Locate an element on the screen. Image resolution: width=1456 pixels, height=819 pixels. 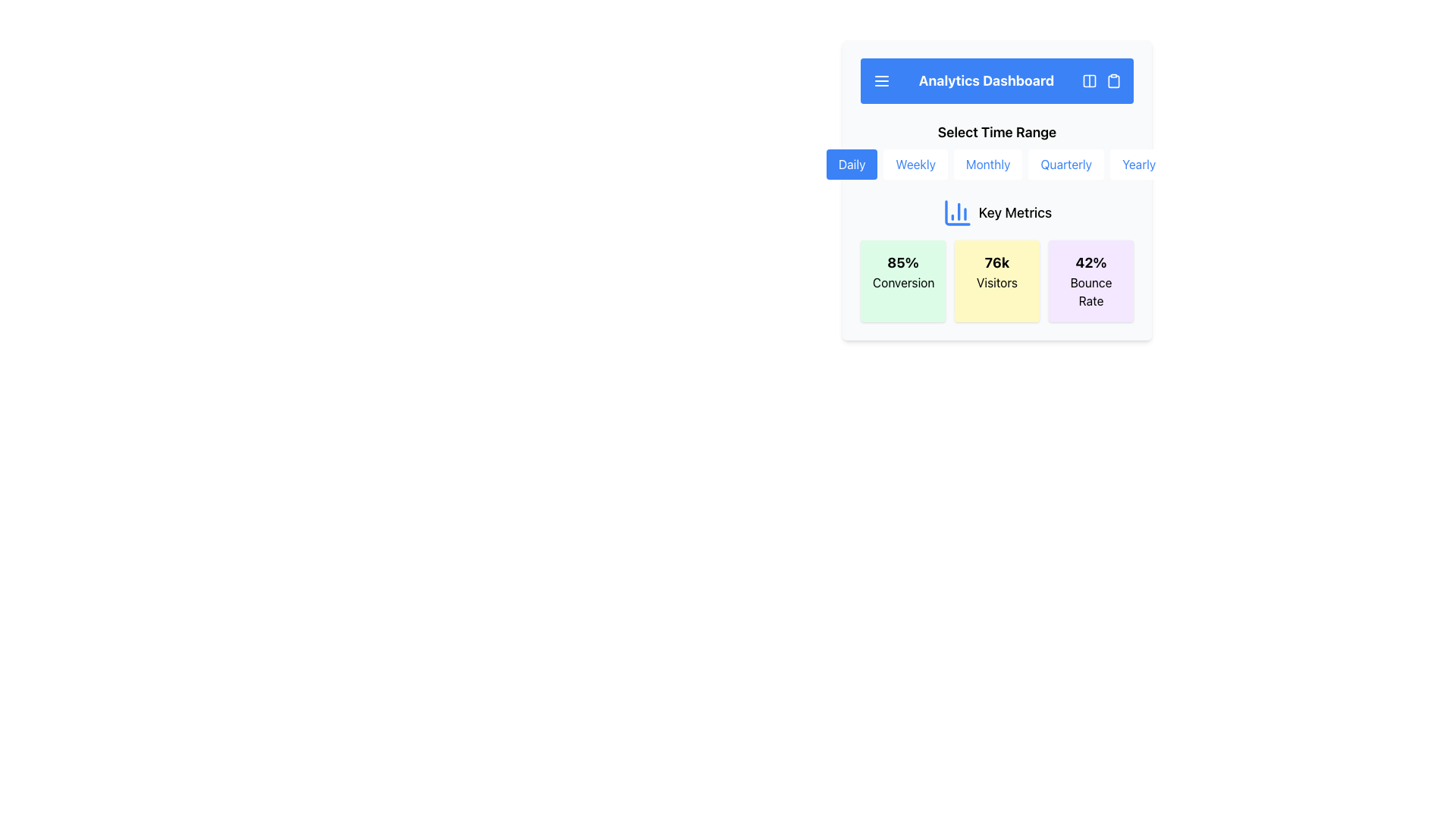
the 'Monthly' button located in the horizontal group of buttons under 'Analytics Dashboard' is located at coordinates (988, 164).